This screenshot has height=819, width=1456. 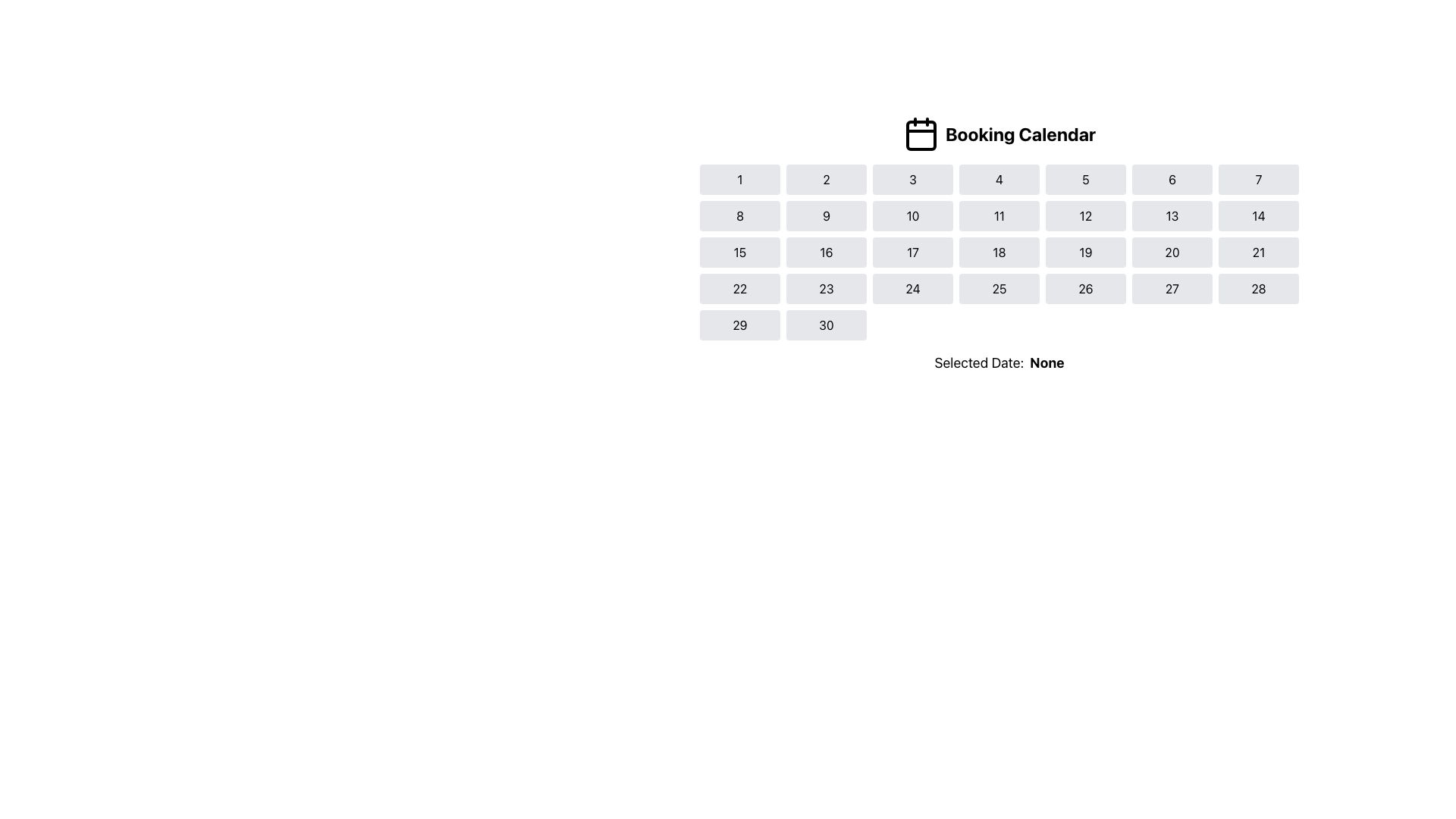 What do you see at coordinates (1259, 289) in the screenshot?
I see `the button displaying the text '28' which is located in the last column of the bottom row in a calendar view` at bounding box center [1259, 289].